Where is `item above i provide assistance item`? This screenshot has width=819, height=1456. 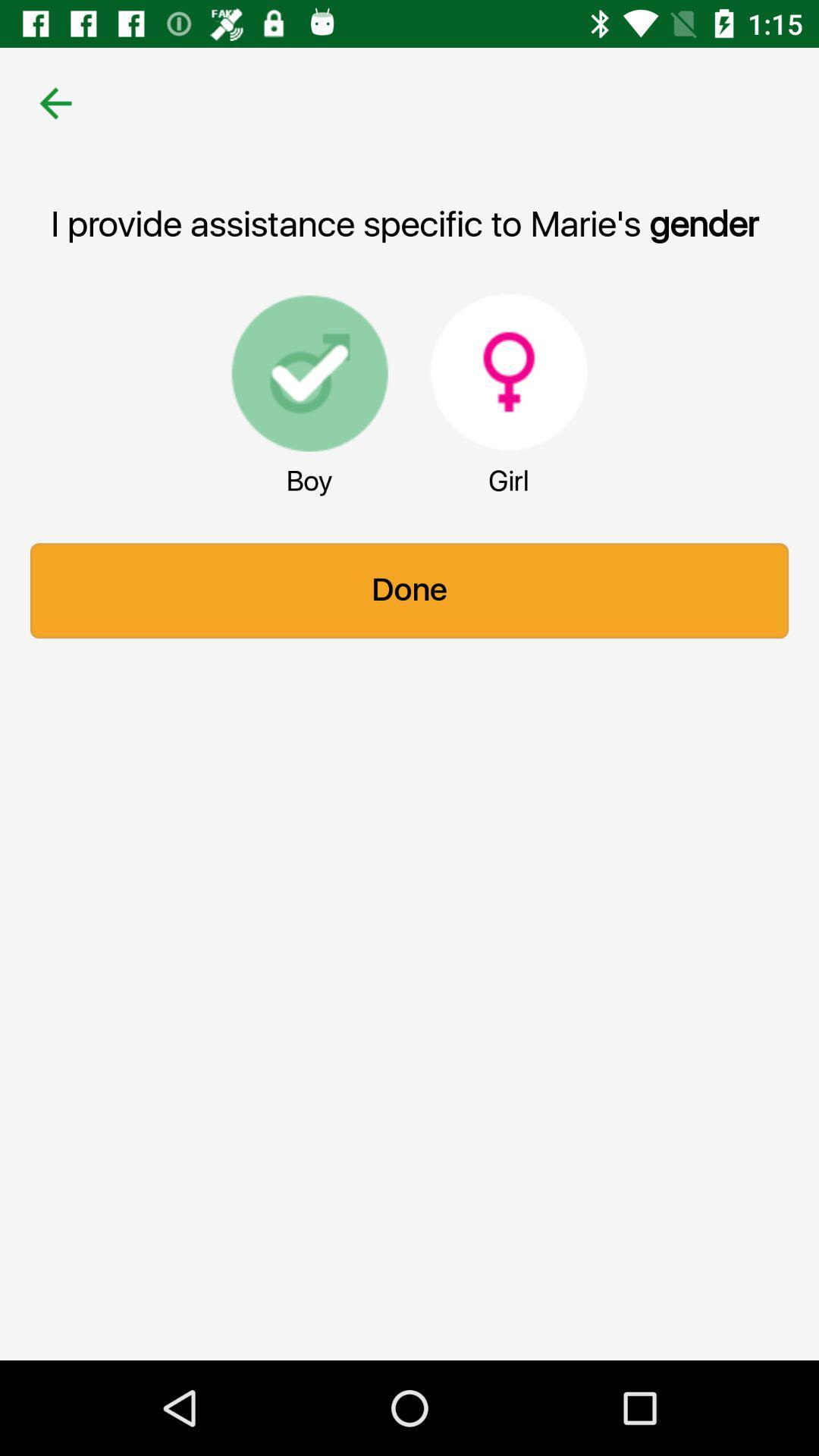
item above i provide assistance item is located at coordinates (55, 102).